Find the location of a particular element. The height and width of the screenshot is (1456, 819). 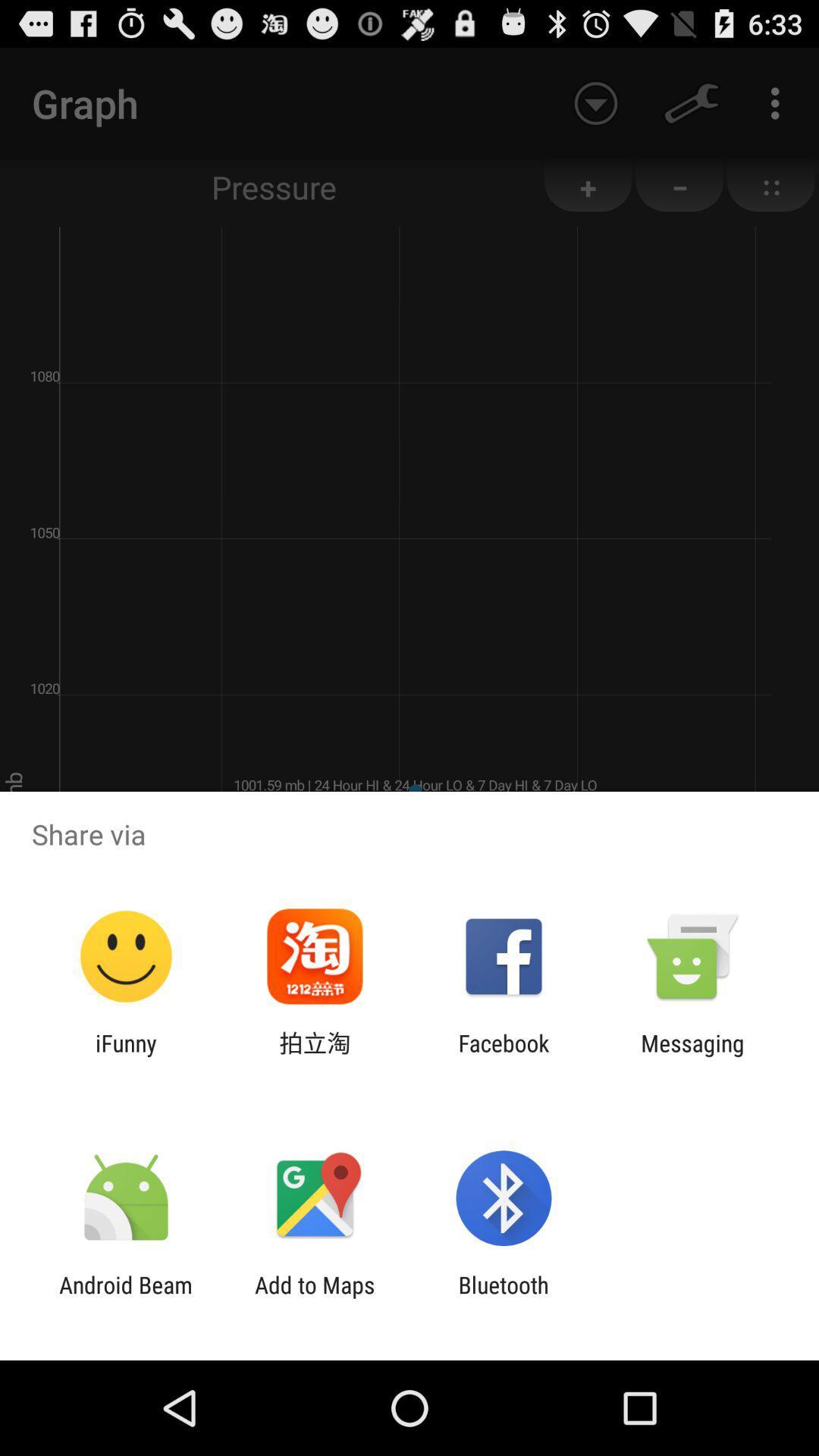

the app next to the bluetooth item is located at coordinates (314, 1298).